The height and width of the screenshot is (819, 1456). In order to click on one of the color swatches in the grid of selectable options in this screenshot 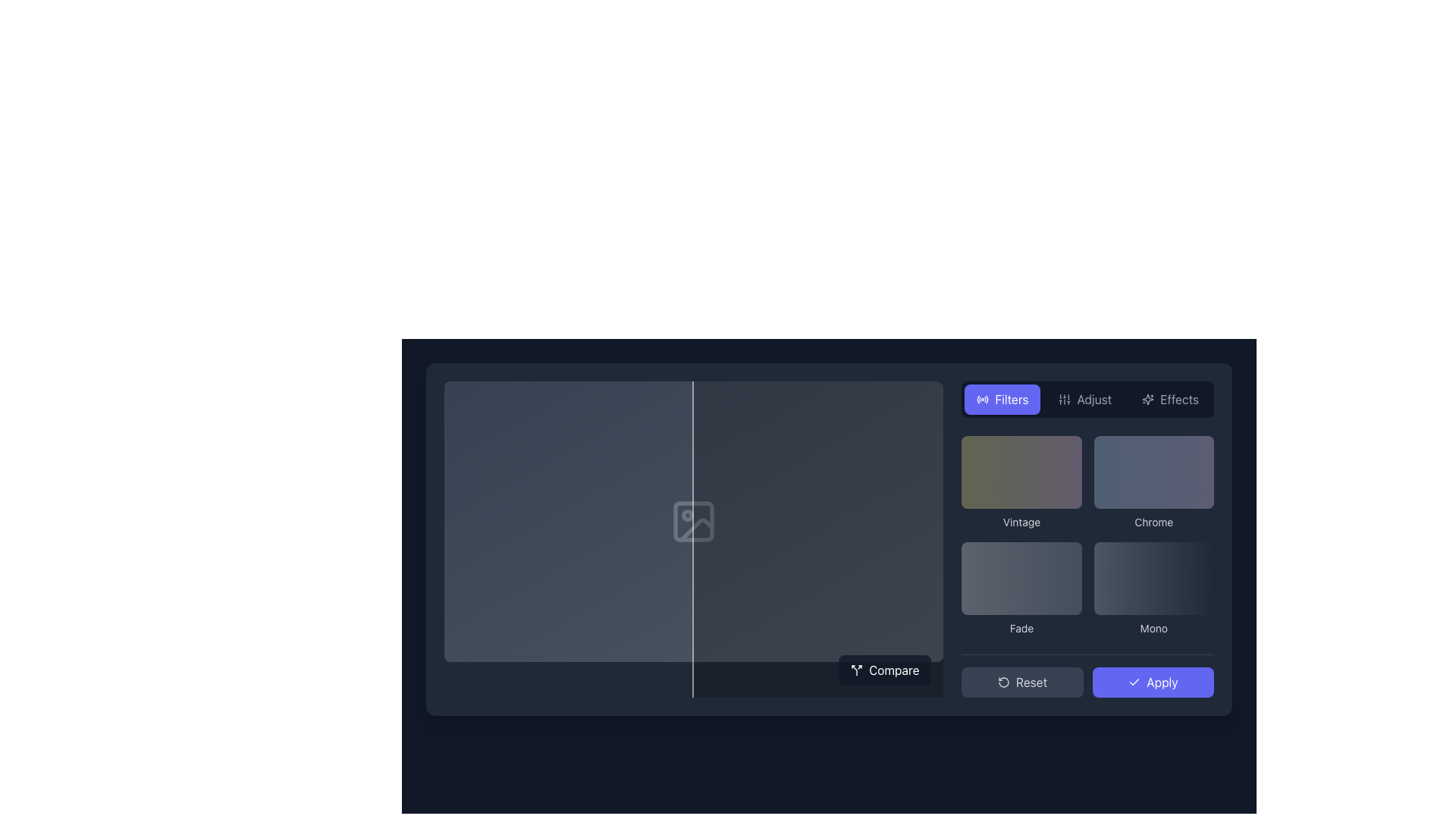, I will do `click(1087, 538)`.